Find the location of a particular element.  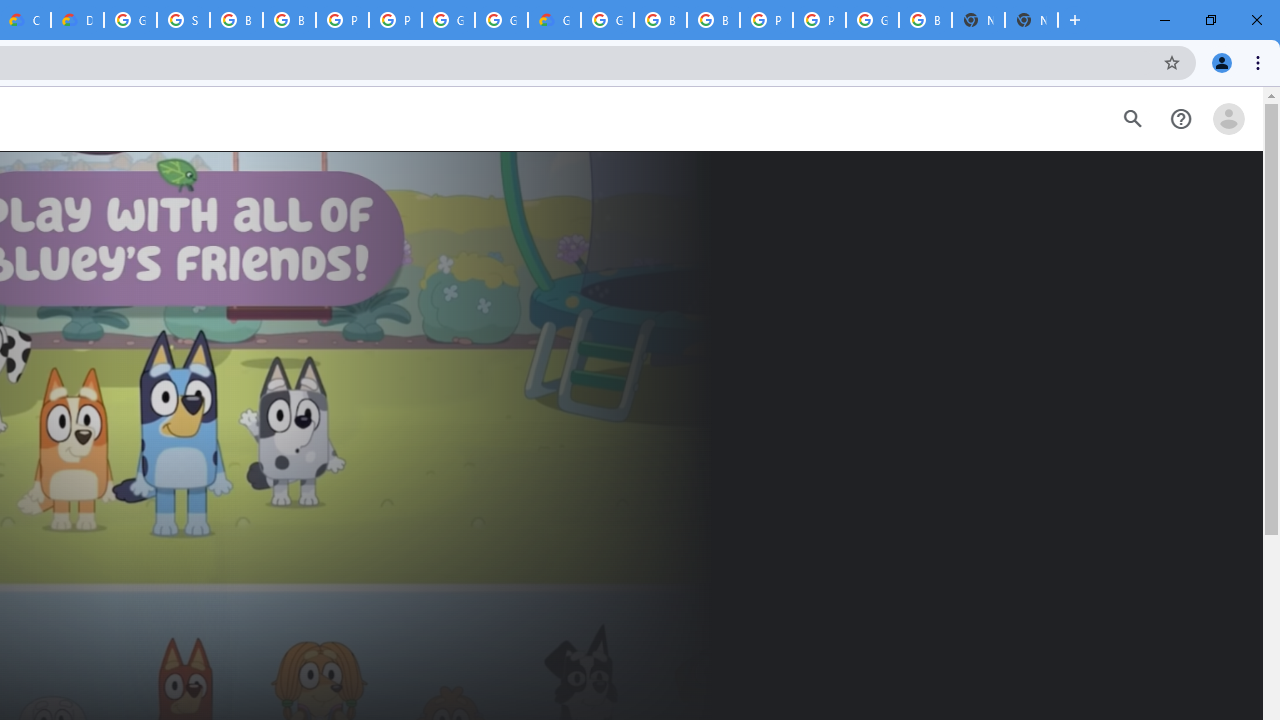

'Browse Chrome as a guest - Computer - Google Chrome Help' is located at coordinates (236, 20).